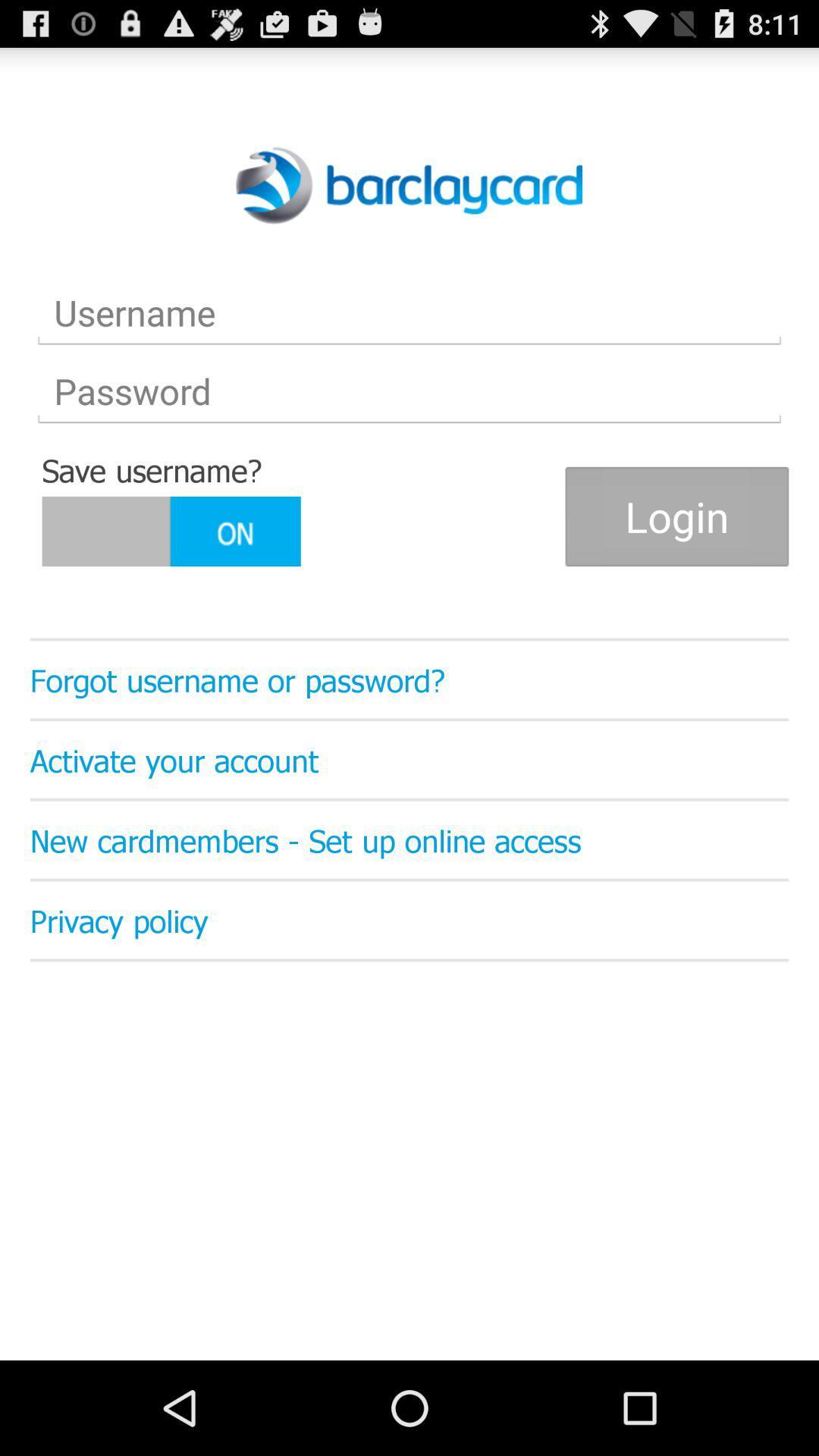  Describe the element at coordinates (409, 839) in the screenshot. I see `new cardmembers set icon` at that location.